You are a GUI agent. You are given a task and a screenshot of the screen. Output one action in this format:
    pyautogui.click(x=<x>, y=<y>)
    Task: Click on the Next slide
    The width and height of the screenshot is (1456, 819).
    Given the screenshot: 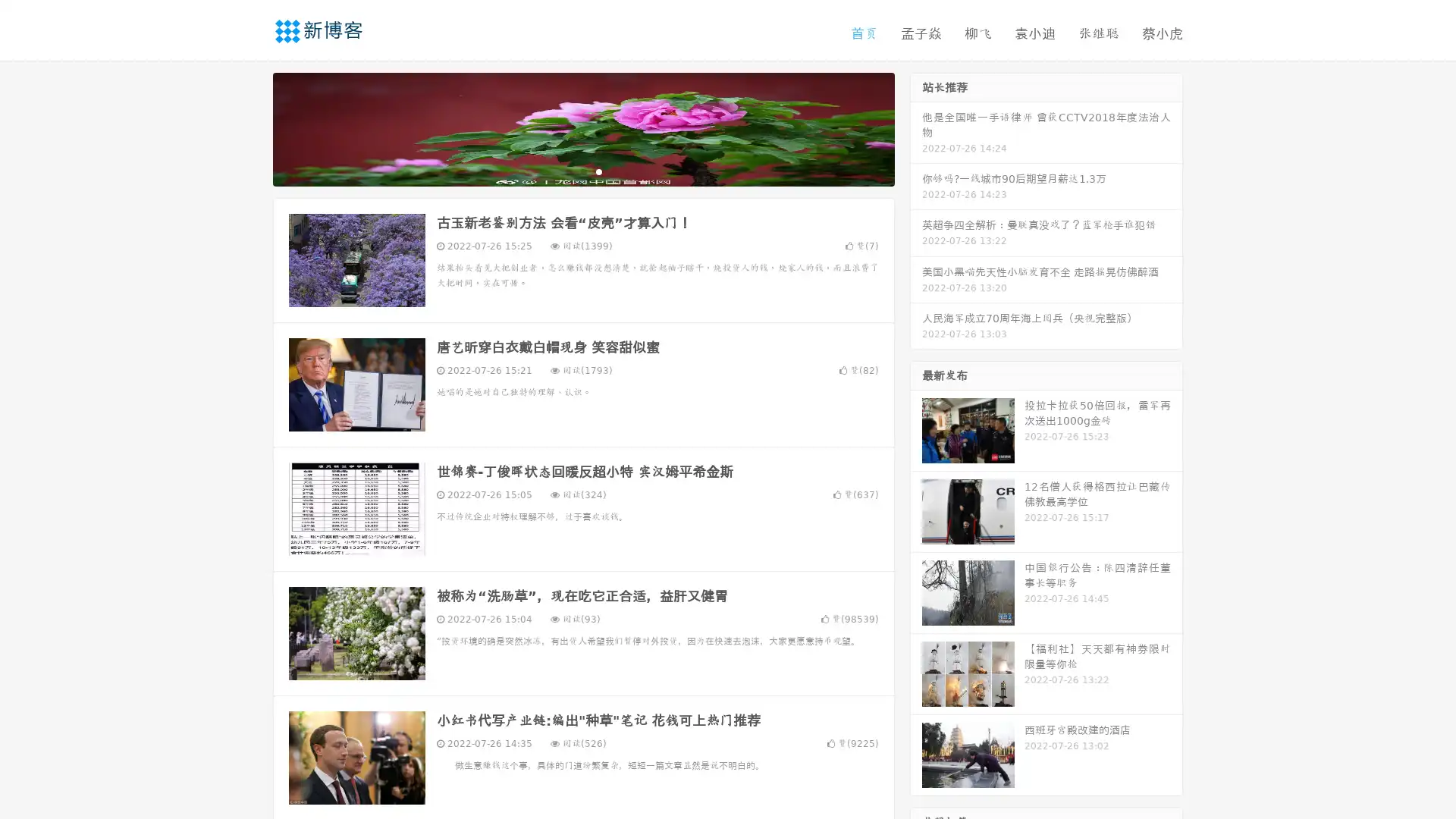 What is the action you would take?
    pyautogui.click(x=916, y=127)
    